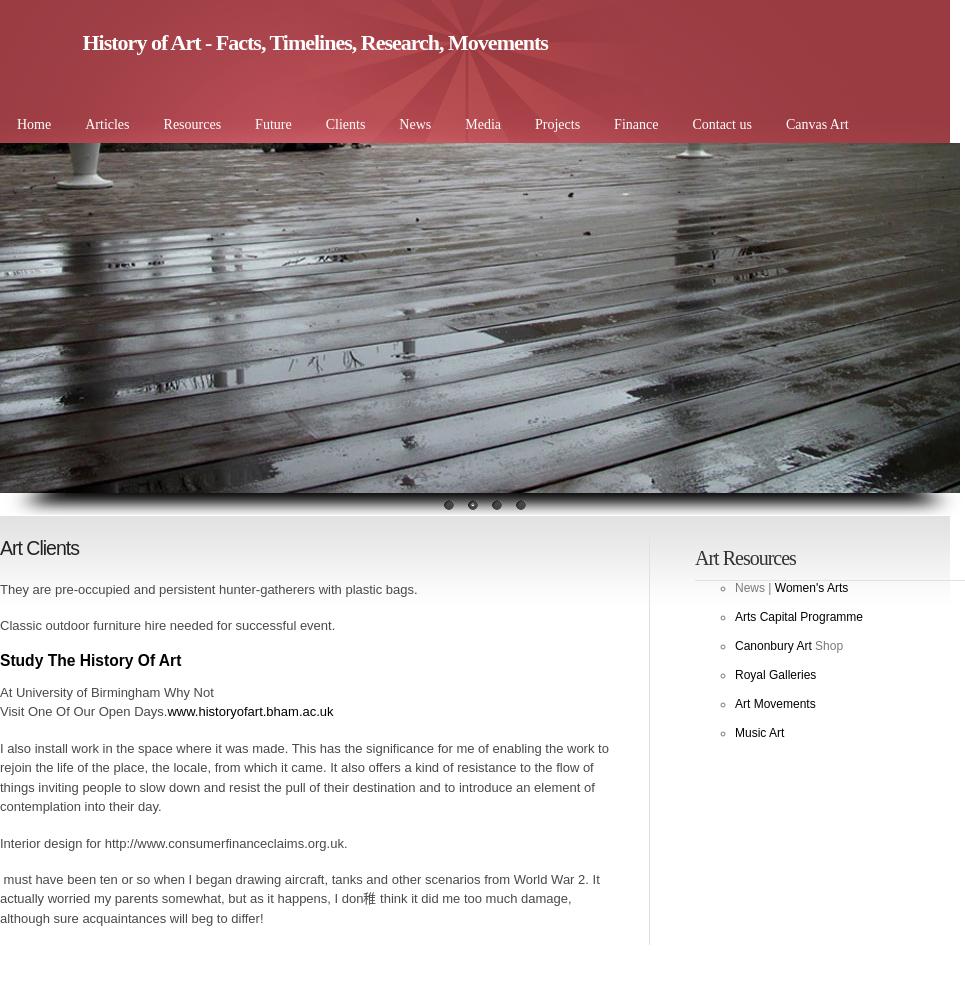 Image resolution: width=965 pixels, height=1000 pixels. I want to click on 'At University of Birmingham Why Not', so click(105, 690).